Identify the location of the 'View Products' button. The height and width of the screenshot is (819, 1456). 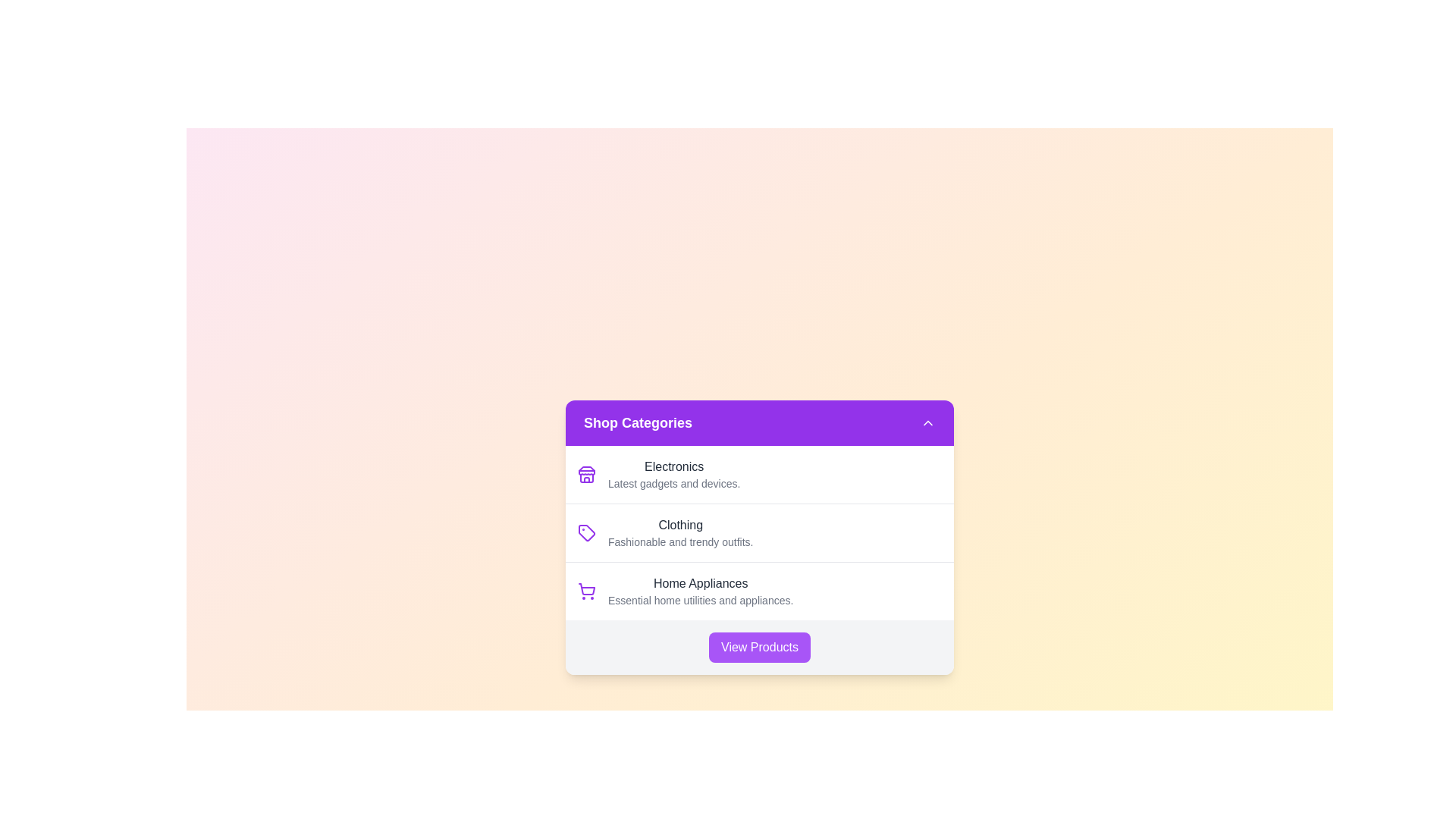
(760, 647).